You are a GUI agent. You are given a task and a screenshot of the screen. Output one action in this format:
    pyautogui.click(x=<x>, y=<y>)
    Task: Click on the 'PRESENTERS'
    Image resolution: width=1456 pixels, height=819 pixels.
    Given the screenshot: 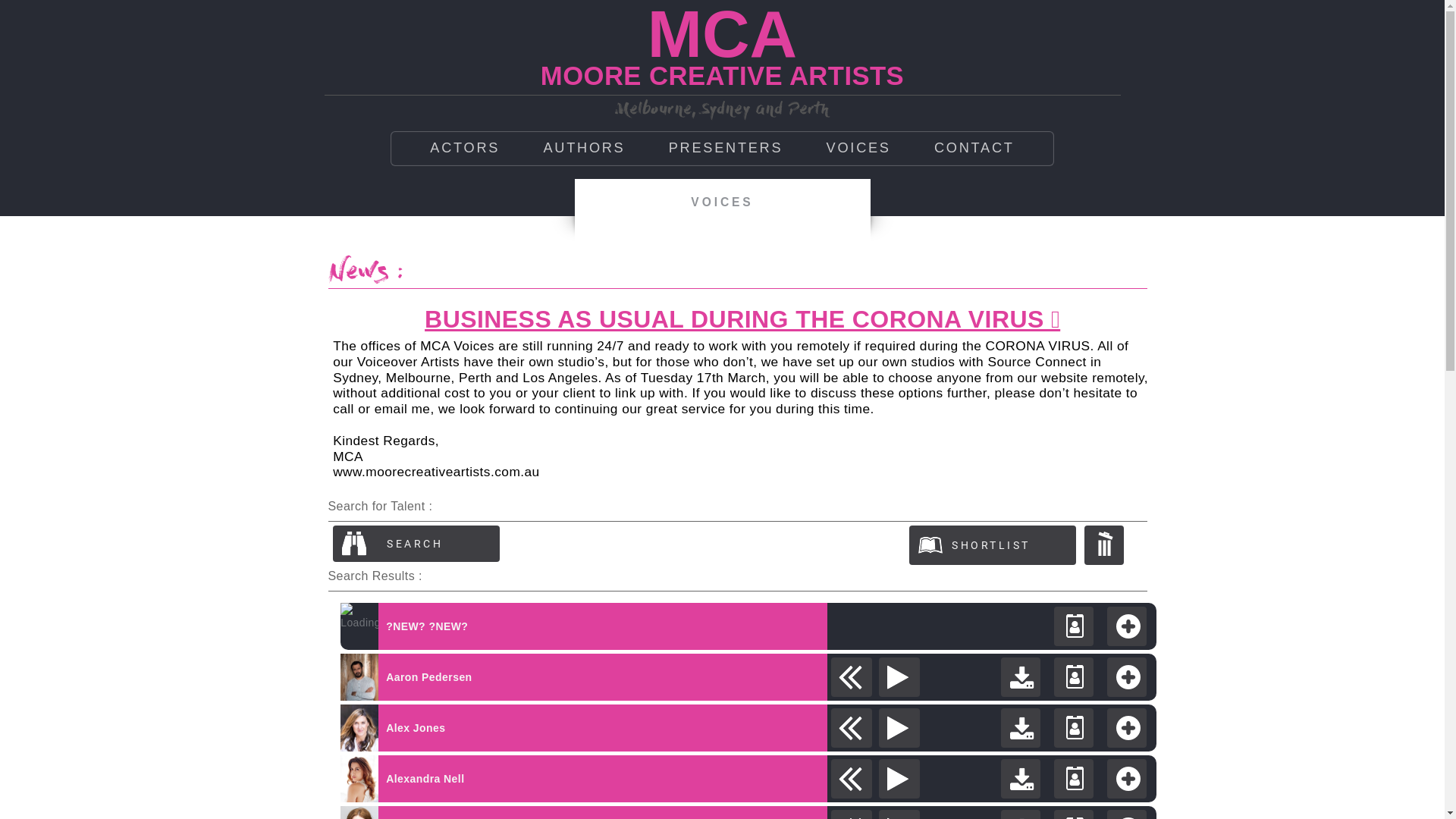 What is the action you would take?
    pyautogui.click(x=725, y=149)
    